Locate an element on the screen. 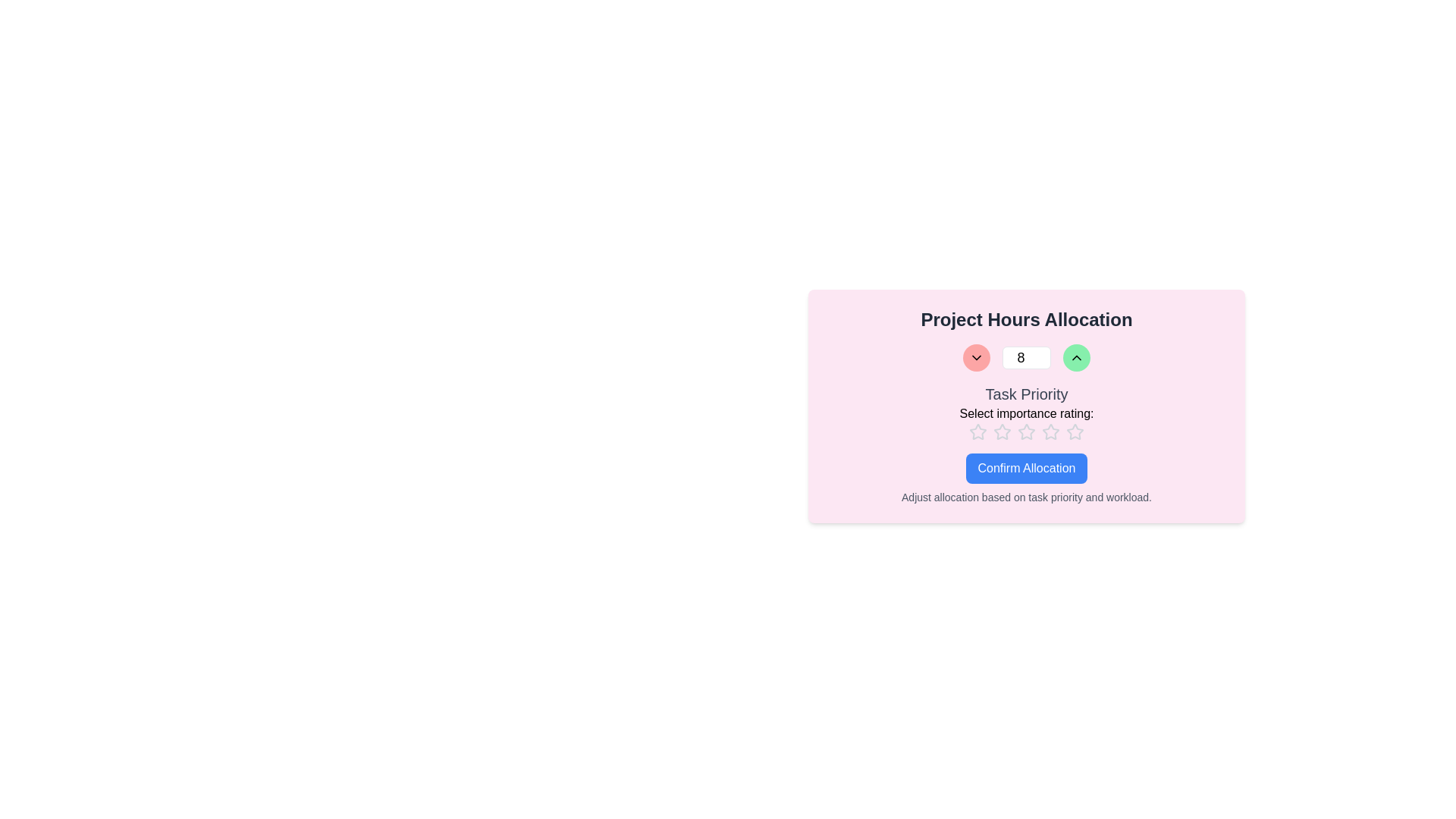 This screenshot has height=819, width=1456. the sixth star icon in the rating system located in the 'Select importance rating:' section below the 'Task Priority' subsection to set the rating is located at coordinates (1050, 432).